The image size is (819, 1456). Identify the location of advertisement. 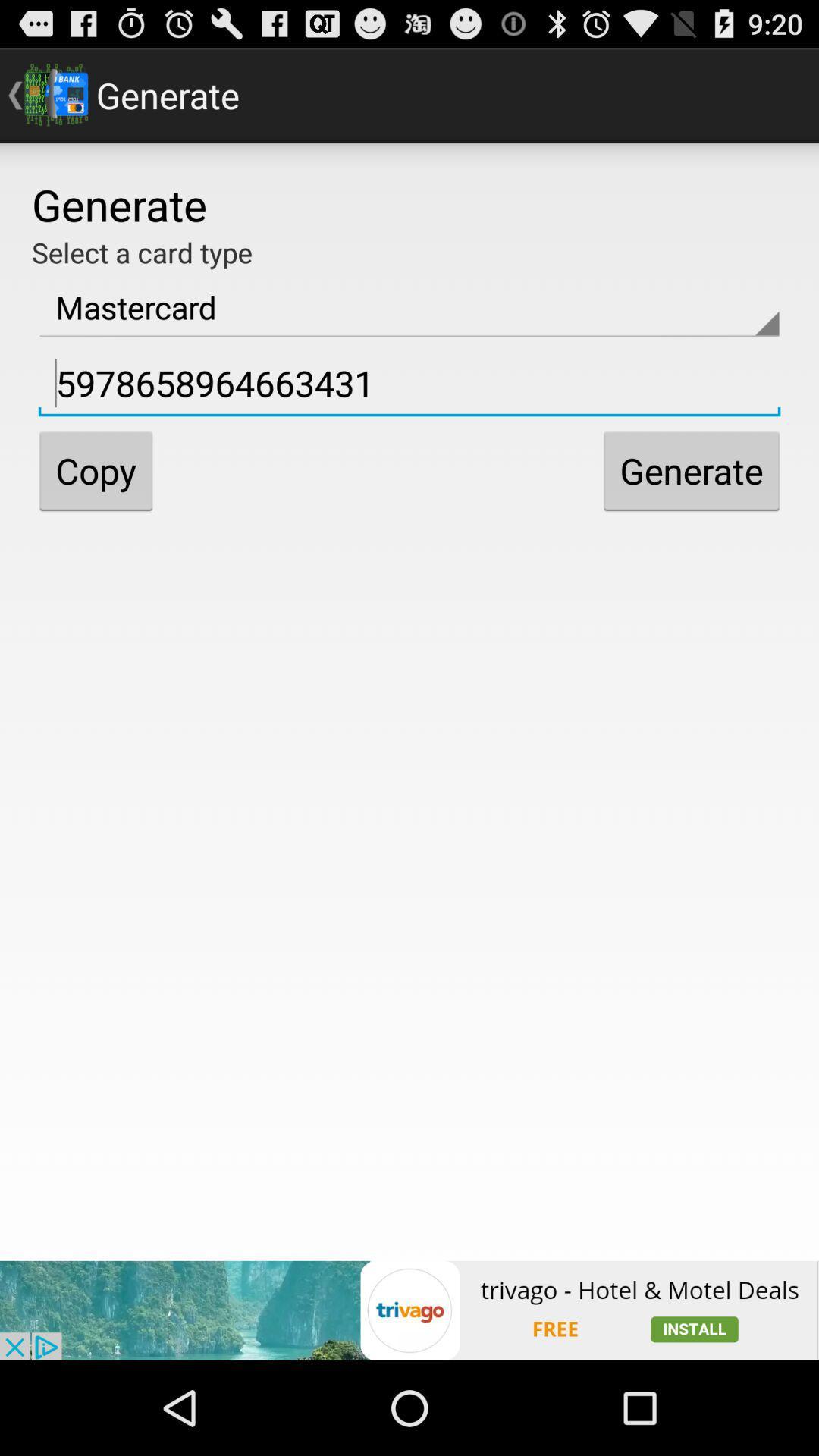
(409, 1310).